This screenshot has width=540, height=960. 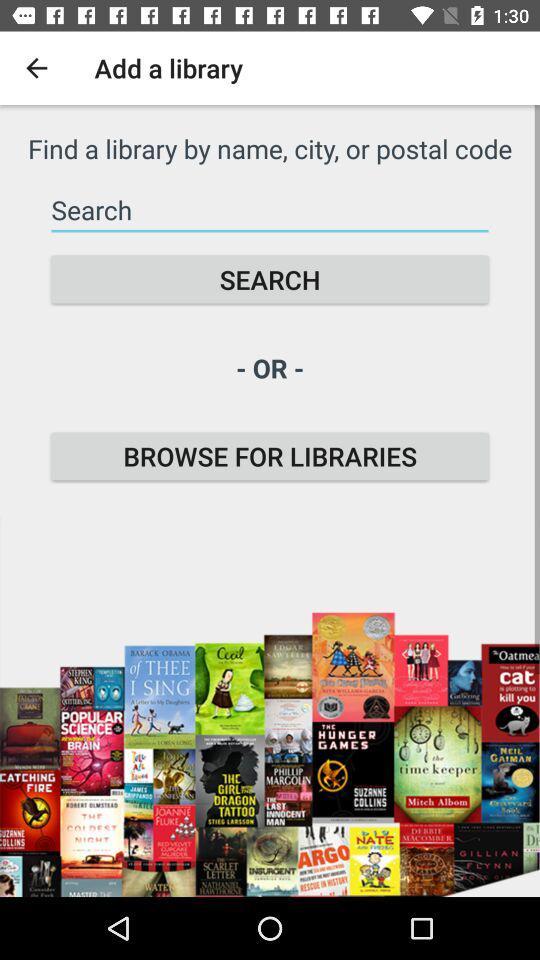 I want to click on type to search, so click(x=270, y=210).